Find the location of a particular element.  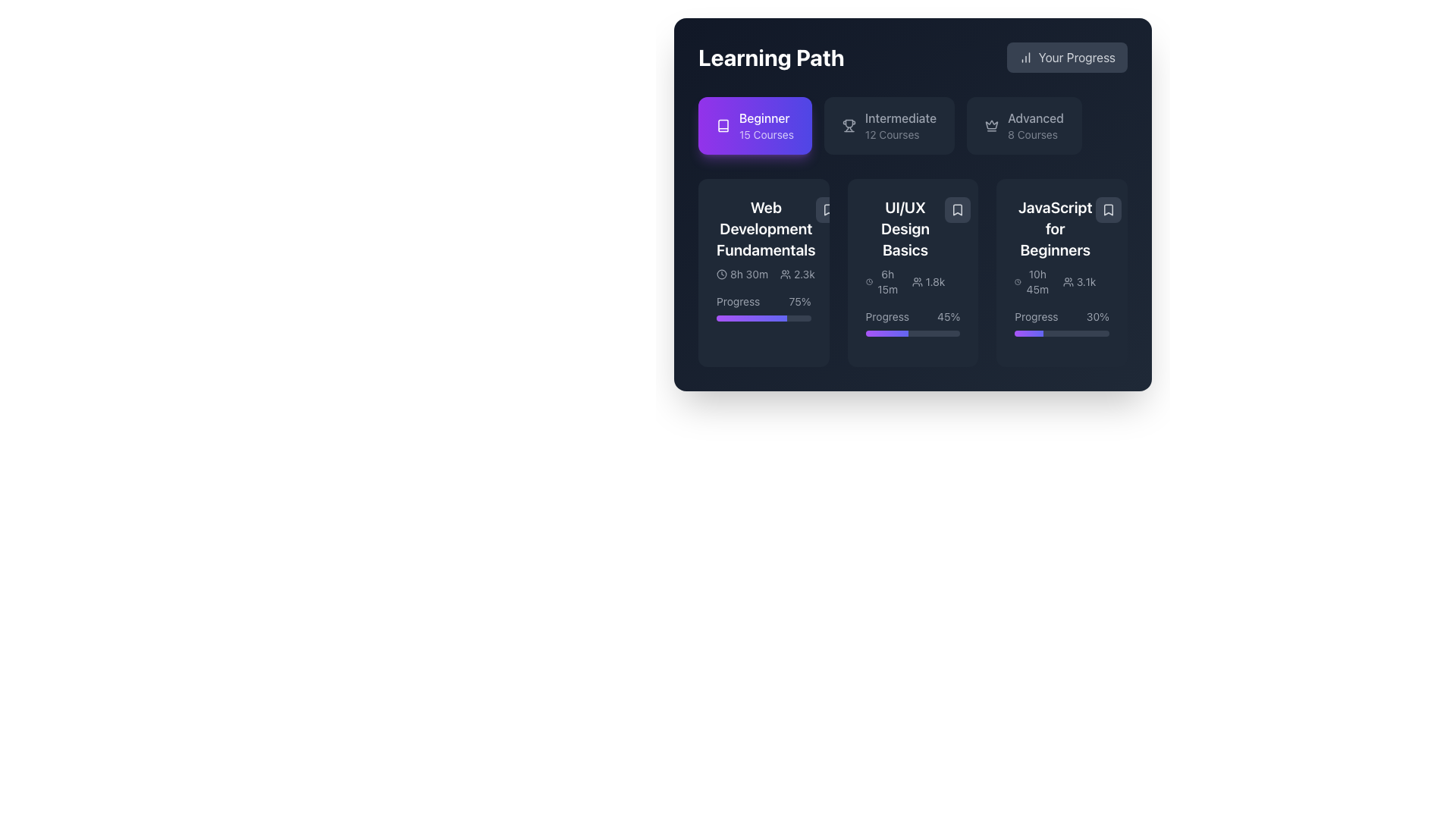

the bookmarking button located at the top-right corner of the 'Web Development Fundamentals' card to interact with it is located at coordinates (827, 210).